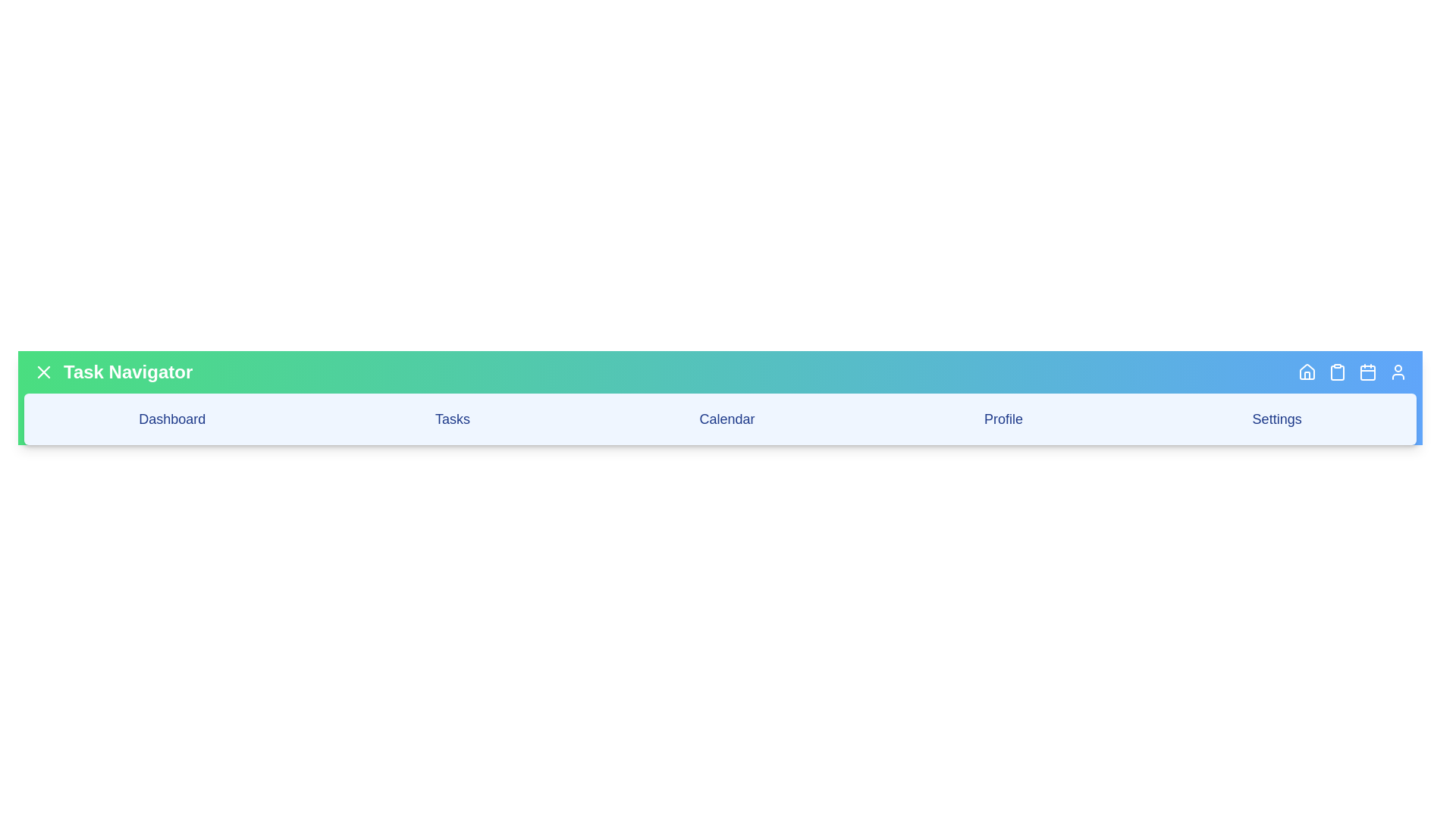  What do you see at coordinates (1368, 372) in the screenshot?
I see `the 'Calendar' button in the app bar` at bounding box center [1368, 372].